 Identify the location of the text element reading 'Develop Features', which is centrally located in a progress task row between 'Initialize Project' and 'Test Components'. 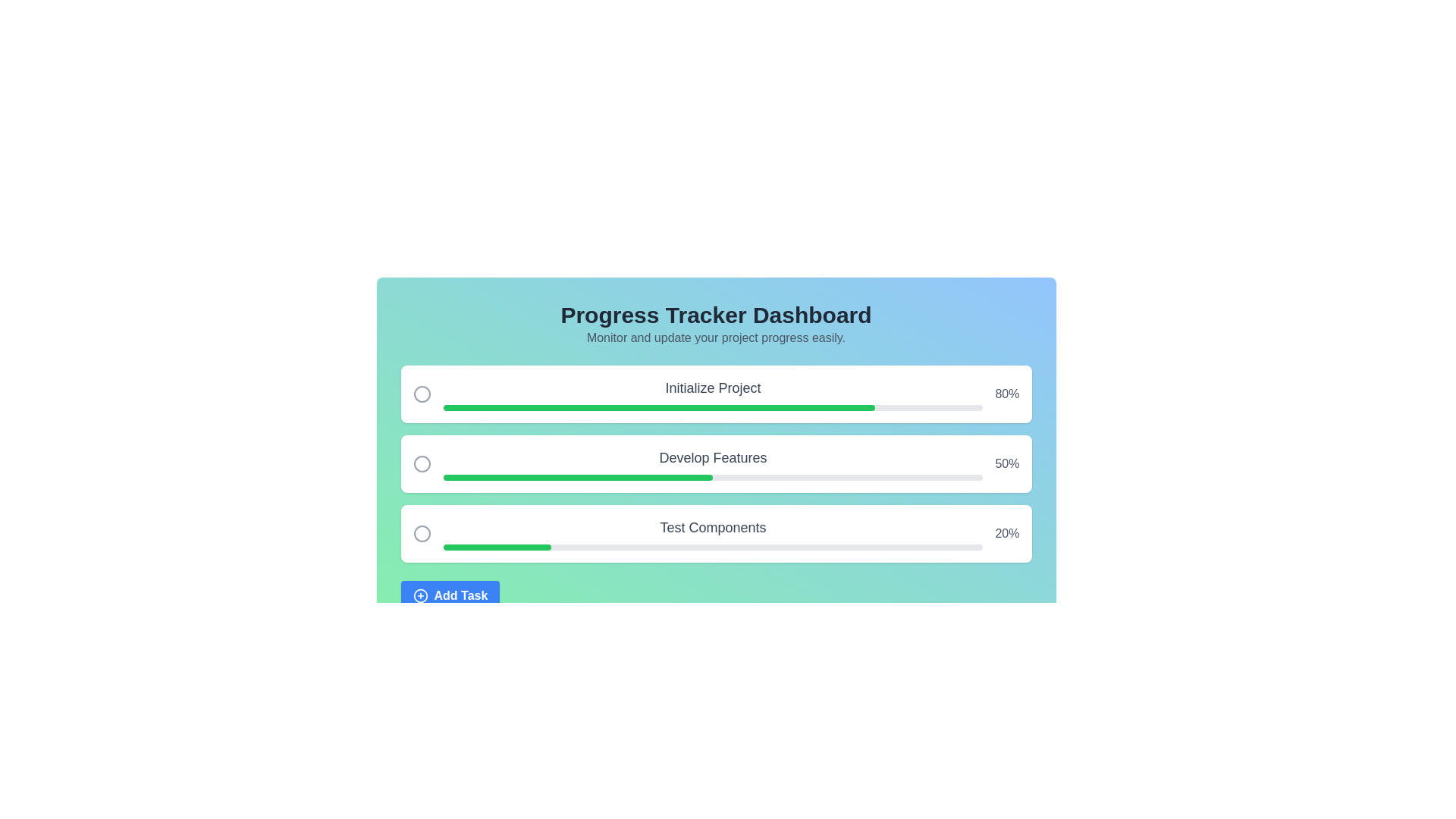
(712, 457).